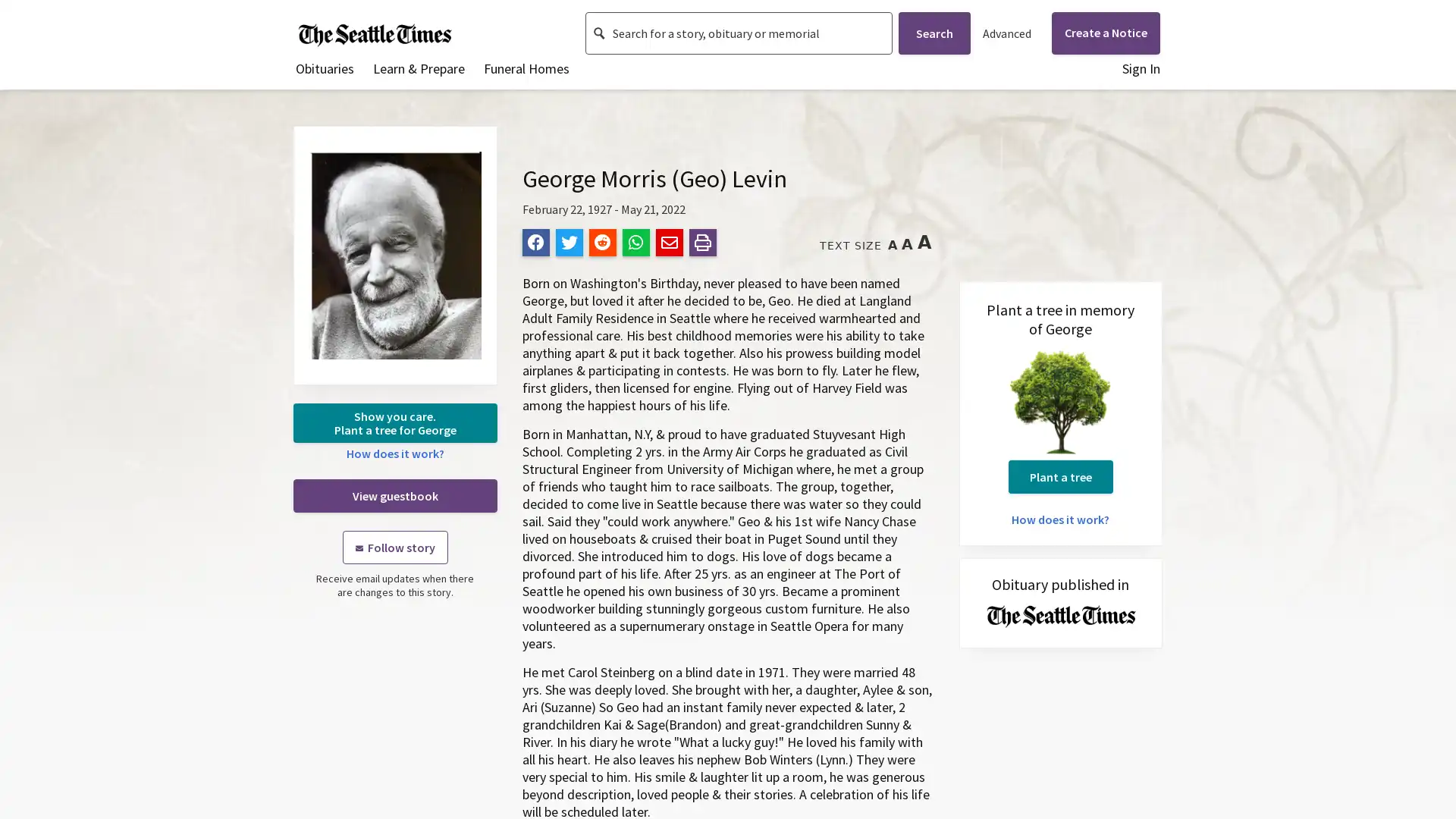 This screenshot has width=1456, height=819. What do you see at coordinates (567, 242) in the screenshot?
I see `Twitter - Opens a new Window` at bounding box center [567, 242].